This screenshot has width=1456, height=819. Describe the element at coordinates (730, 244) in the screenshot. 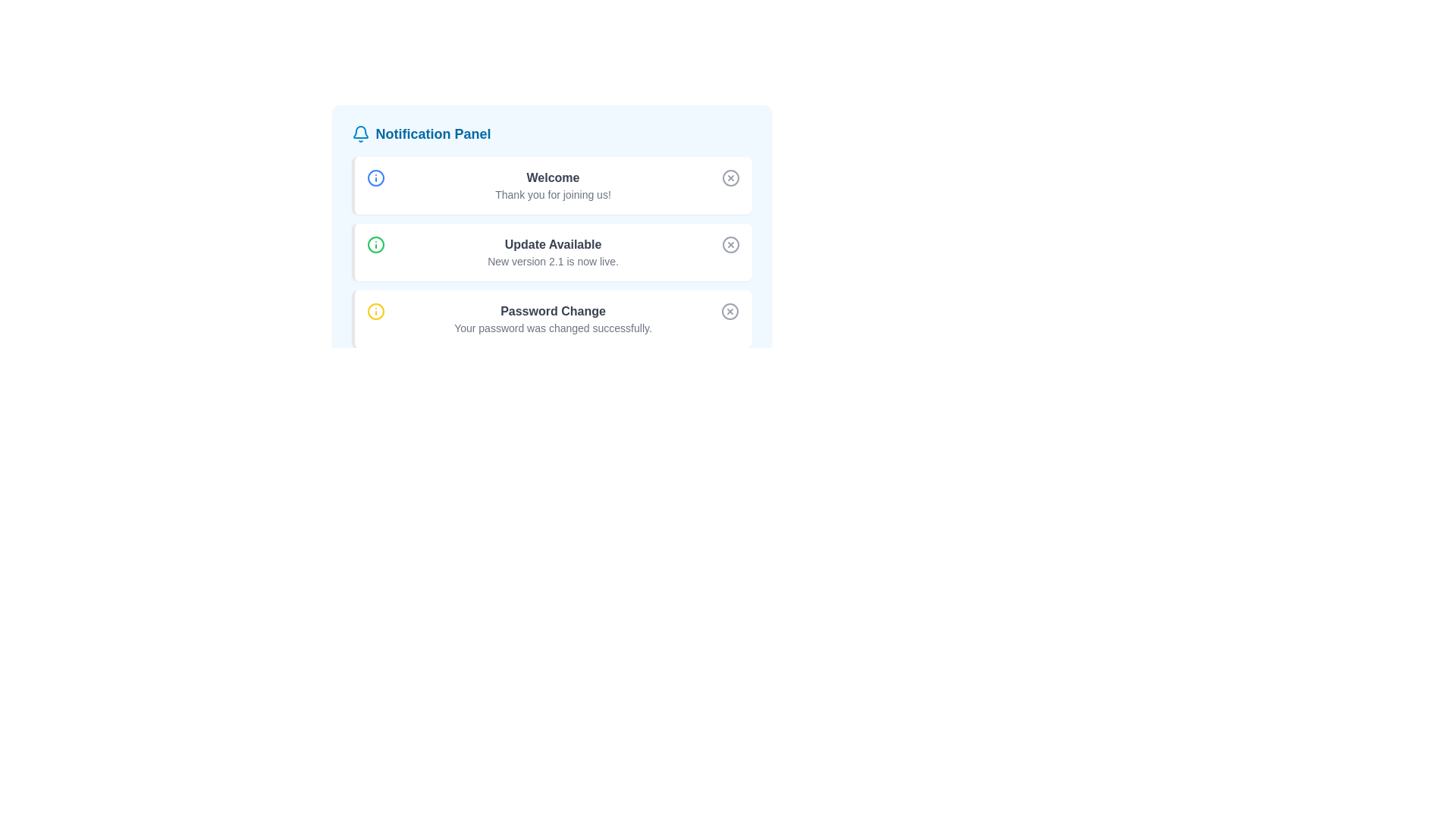

I see `the SVG Circle Shape that is part of the notification panel's close button, which has a stroke and no fill color, and is positioned around the third notification item` at that location.